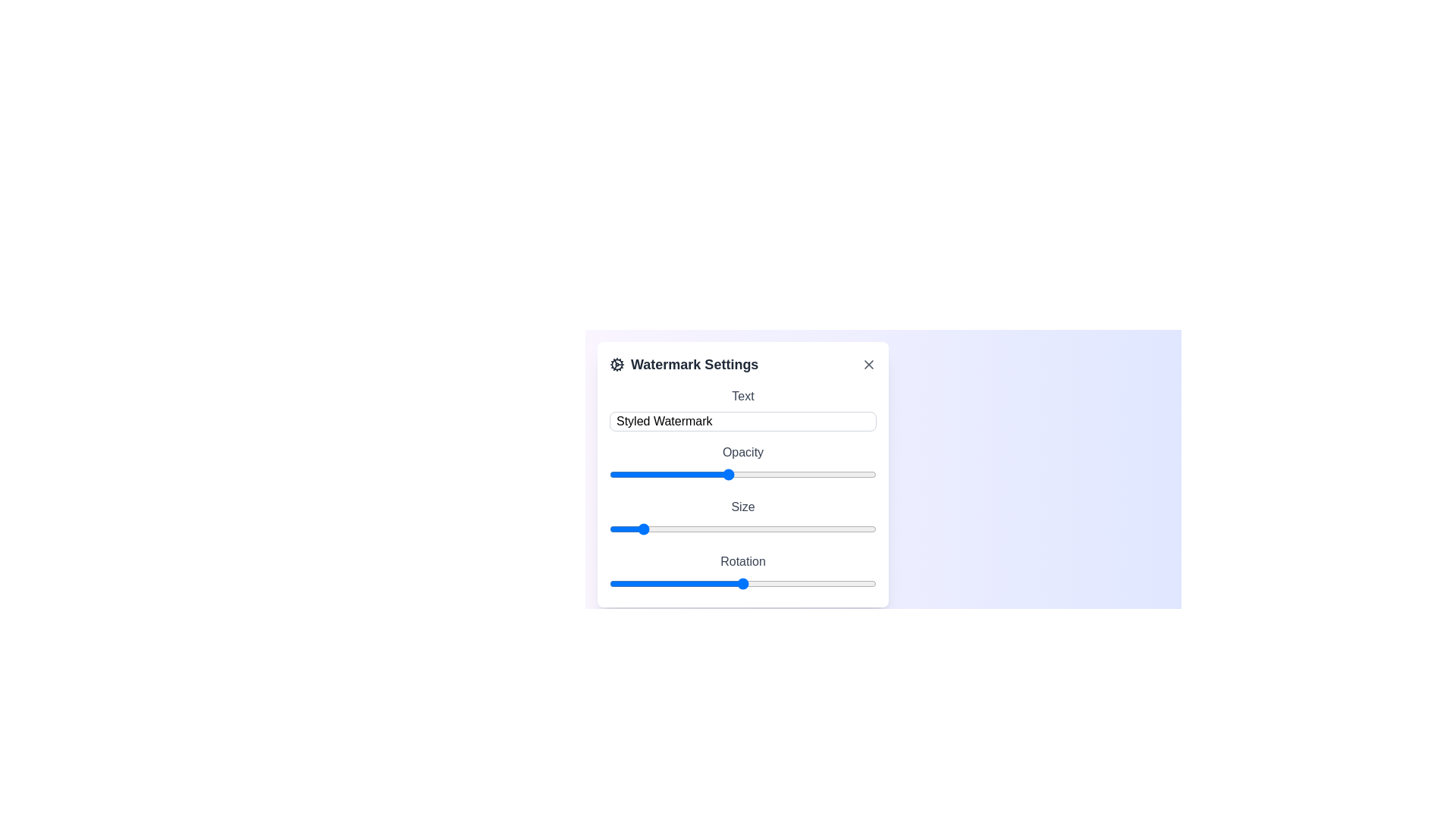  What do you see at coordinates (698, 529) in the screenshot?
I see `size` at bounding box center [698, 529].